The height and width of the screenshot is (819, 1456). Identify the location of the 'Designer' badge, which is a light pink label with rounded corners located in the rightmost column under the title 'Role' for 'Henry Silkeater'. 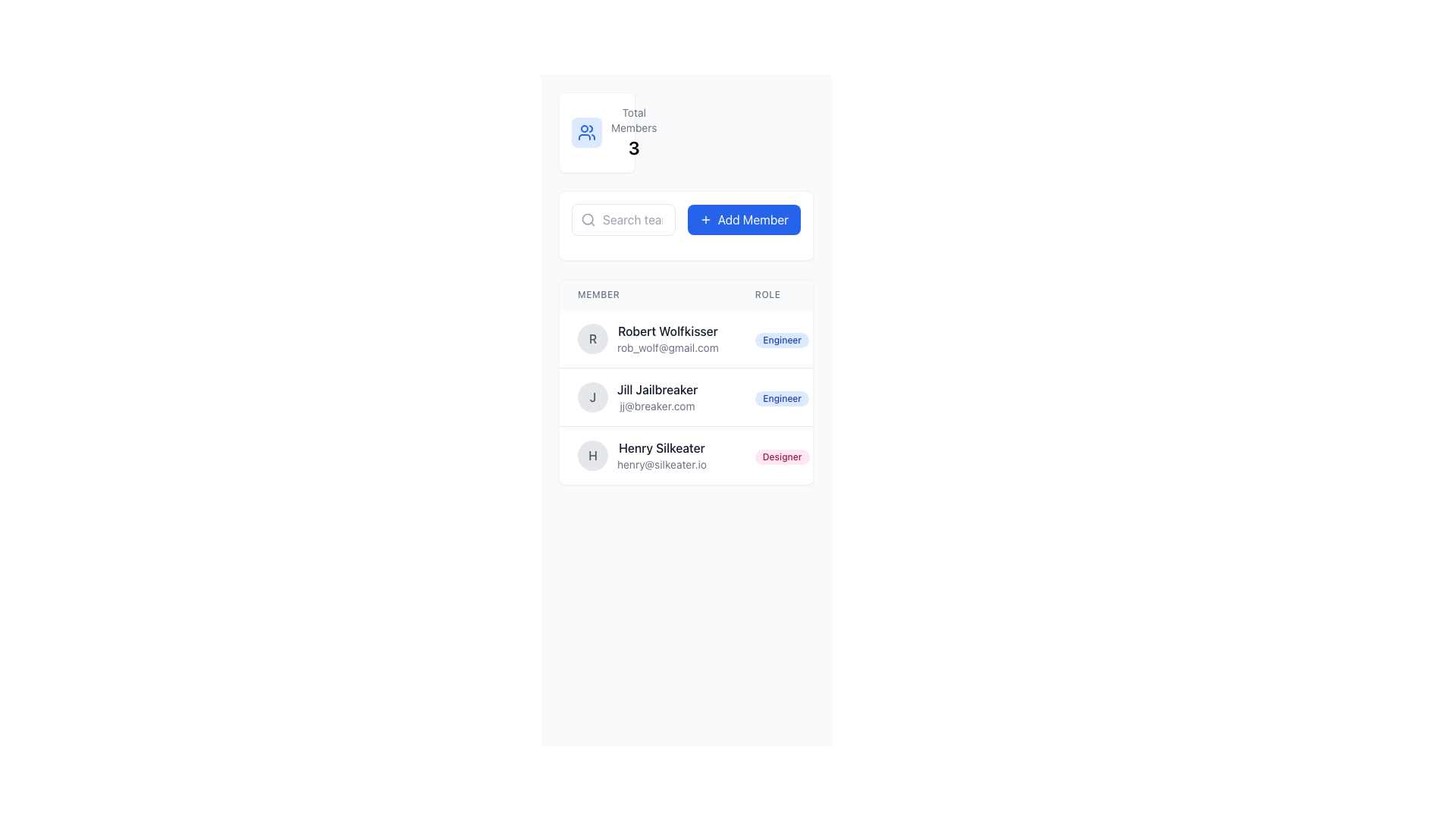
(782, 454).